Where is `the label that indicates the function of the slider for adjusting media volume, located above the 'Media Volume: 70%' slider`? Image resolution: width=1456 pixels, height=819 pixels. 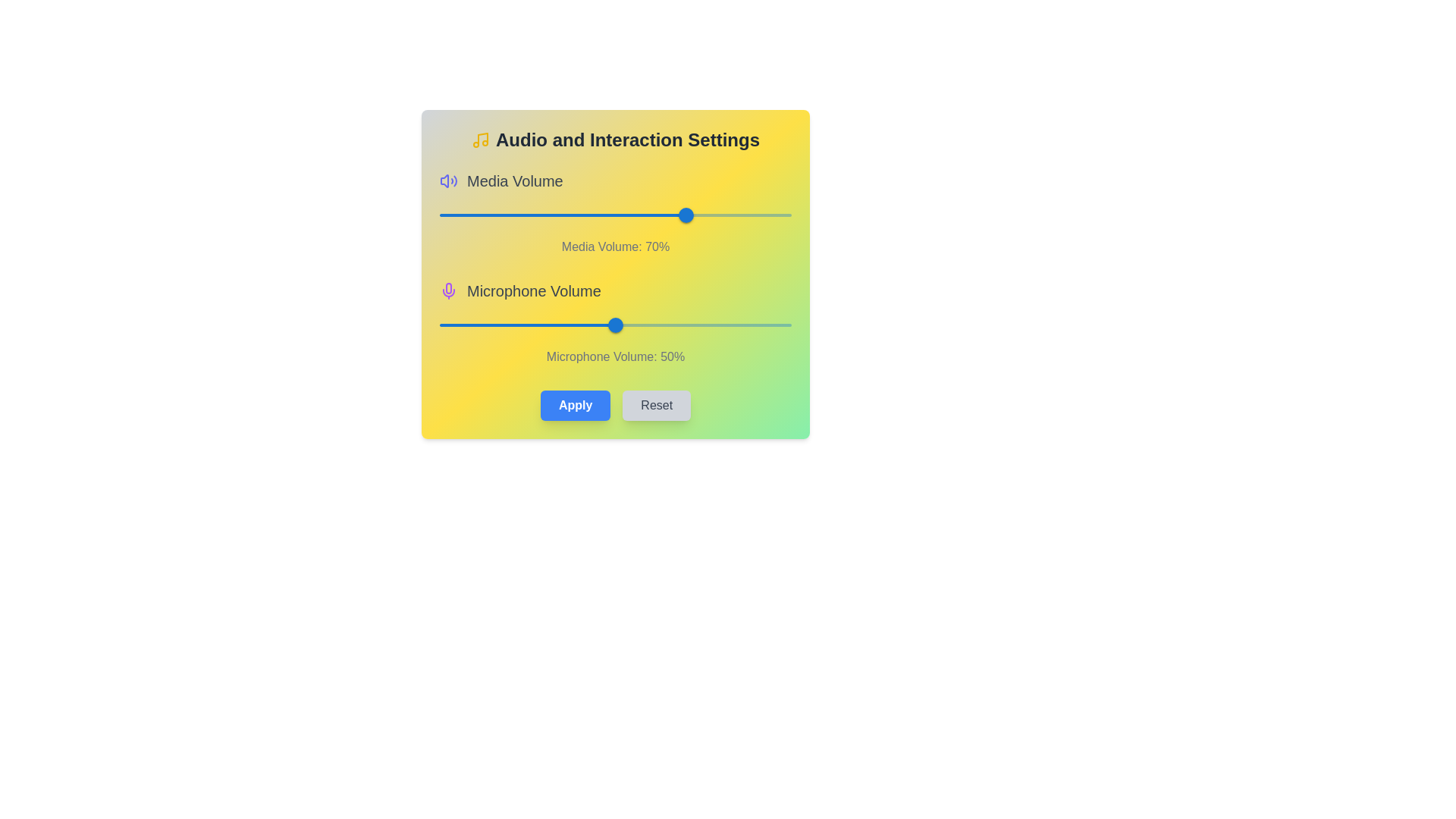
the label that indicates the function of the slider for adjusting media volume, located above the 'Media Volume: 70%' slider is located at coordinates (615, 180).